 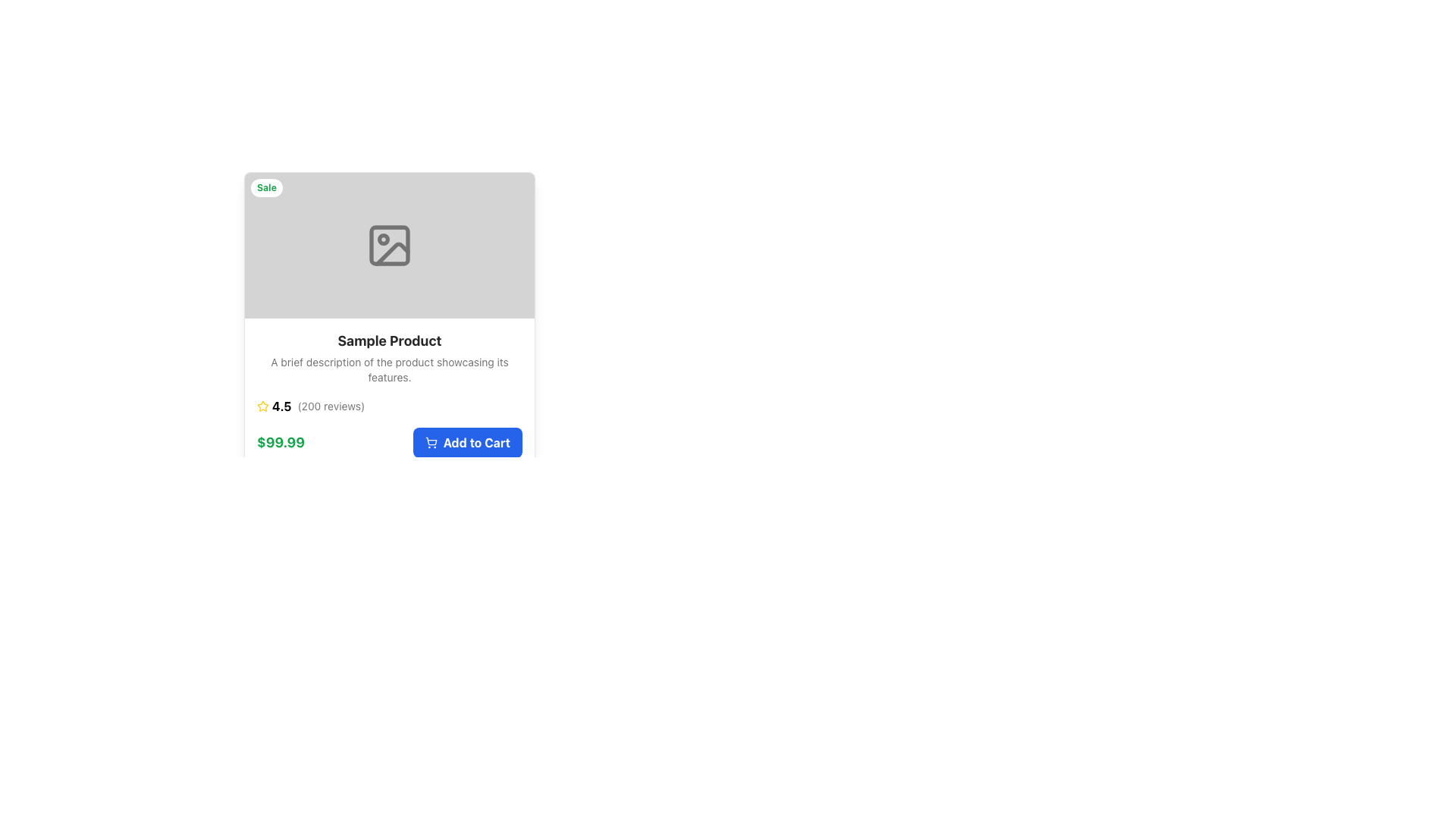 I want to click on the Rating and Review Summary element, which displays the product's rating and review count, located below the product description and above the price and 'Add to Cart' button, so click(x=389, y=406).